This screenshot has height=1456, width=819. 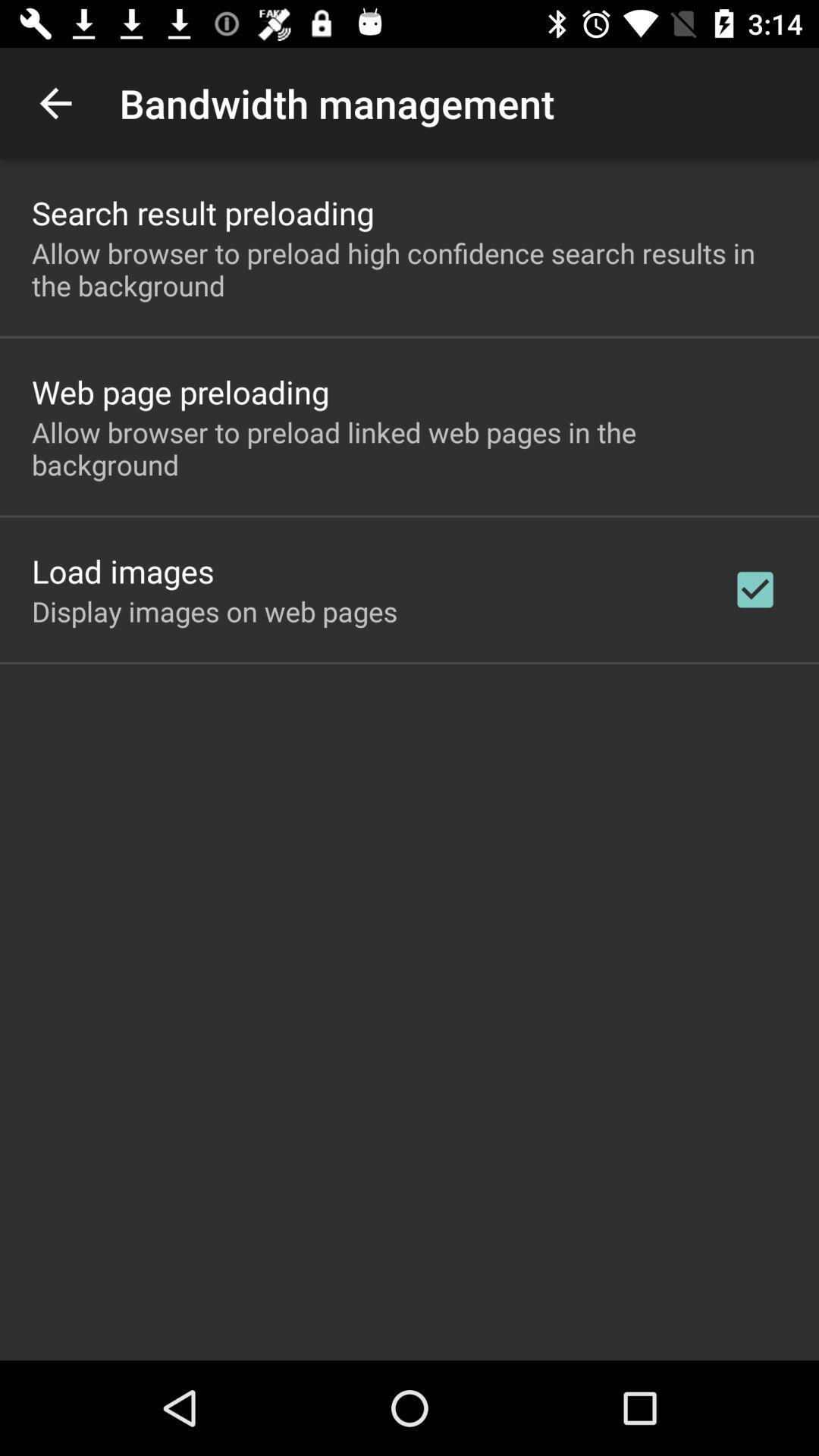 What do you see at coordinates (202, 212) in the screenshot?
I see `the search result preloading app` at bounding box center [202, 212].